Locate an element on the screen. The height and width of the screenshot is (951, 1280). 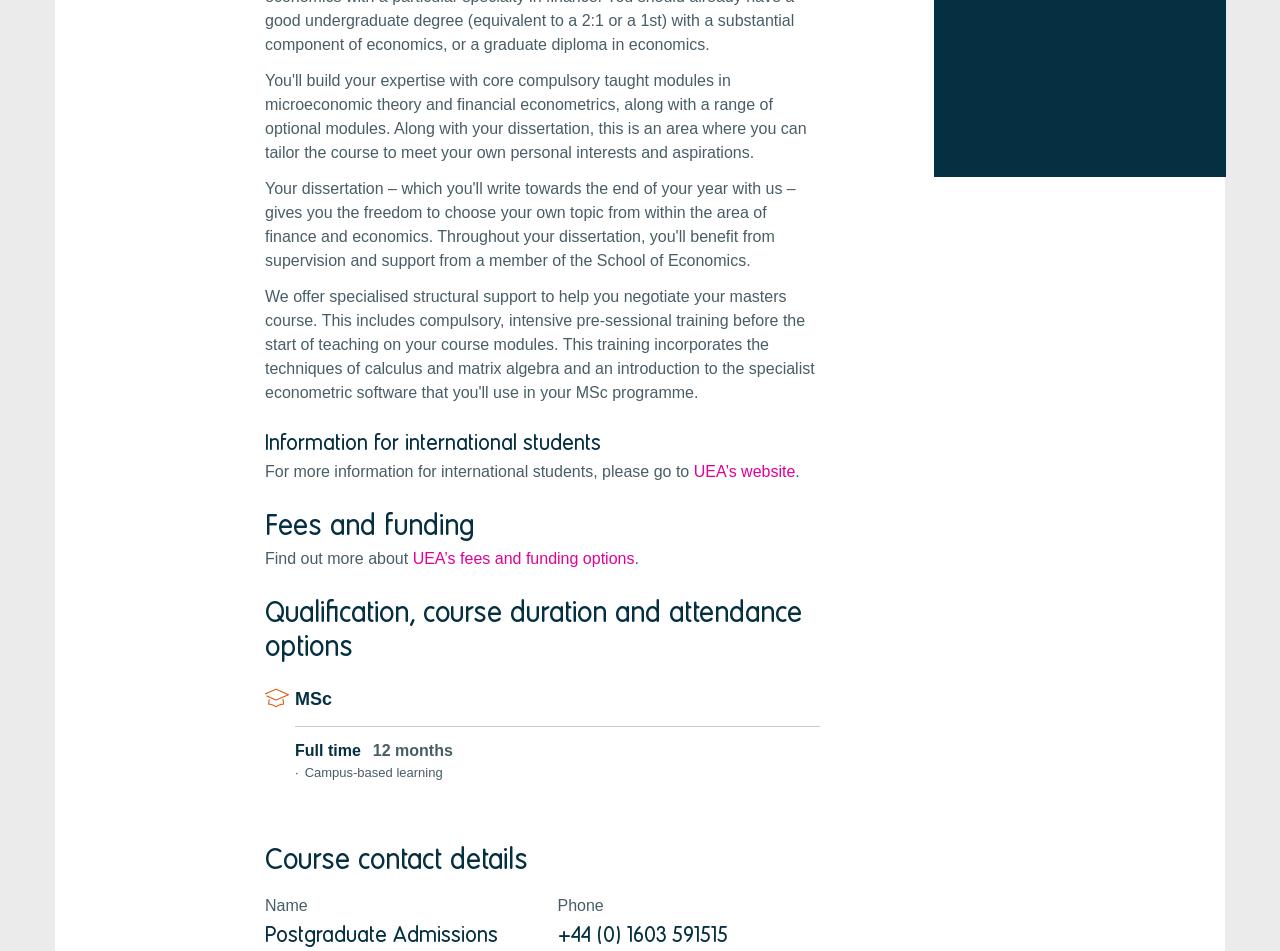
'MSc' is located at coordinates (312, 697).